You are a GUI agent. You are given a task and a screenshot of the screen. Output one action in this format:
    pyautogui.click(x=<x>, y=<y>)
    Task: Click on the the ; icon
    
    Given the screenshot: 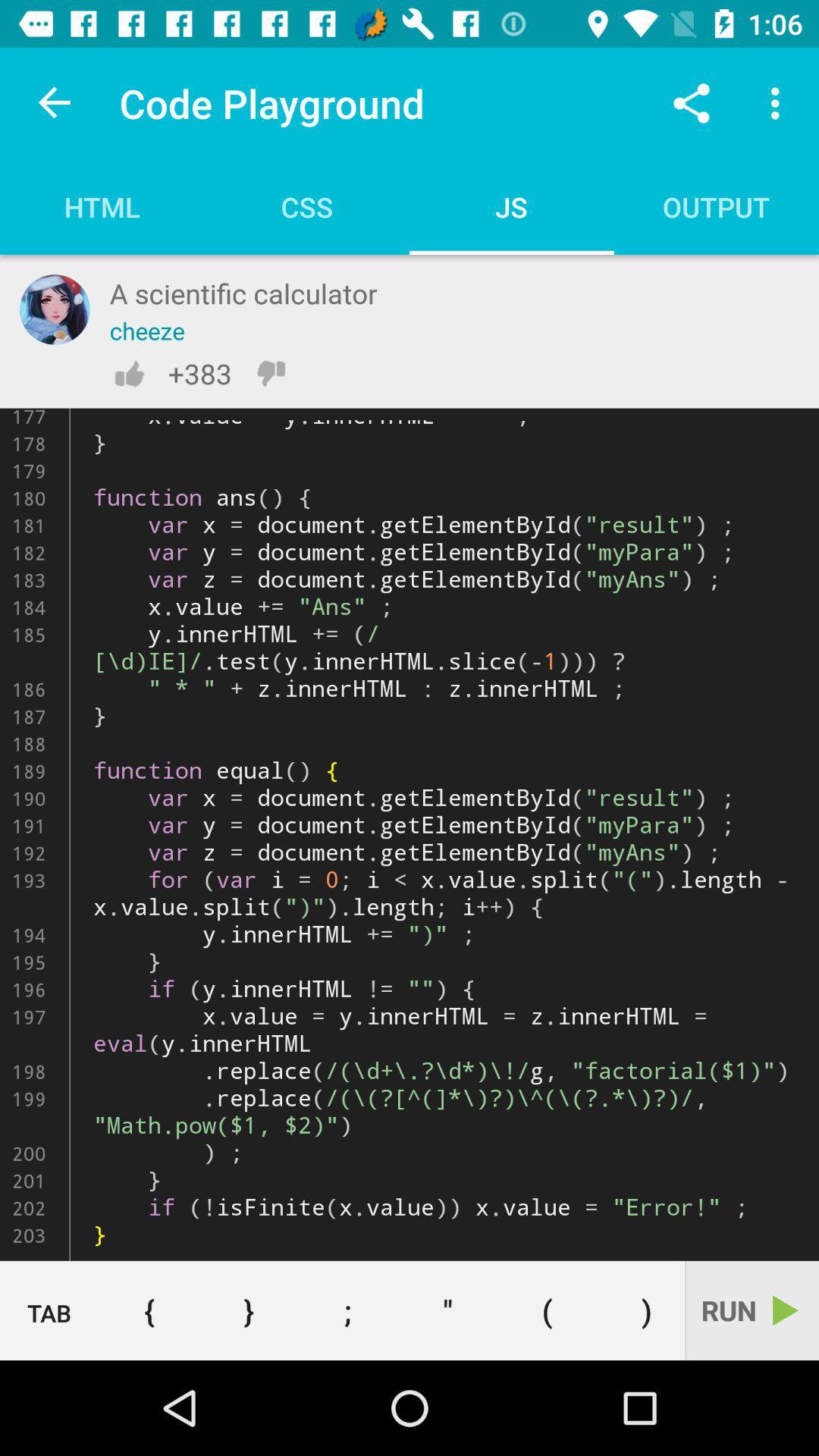 What is the action you would take?
    pyautogui.click(x=348, y=1310)
    